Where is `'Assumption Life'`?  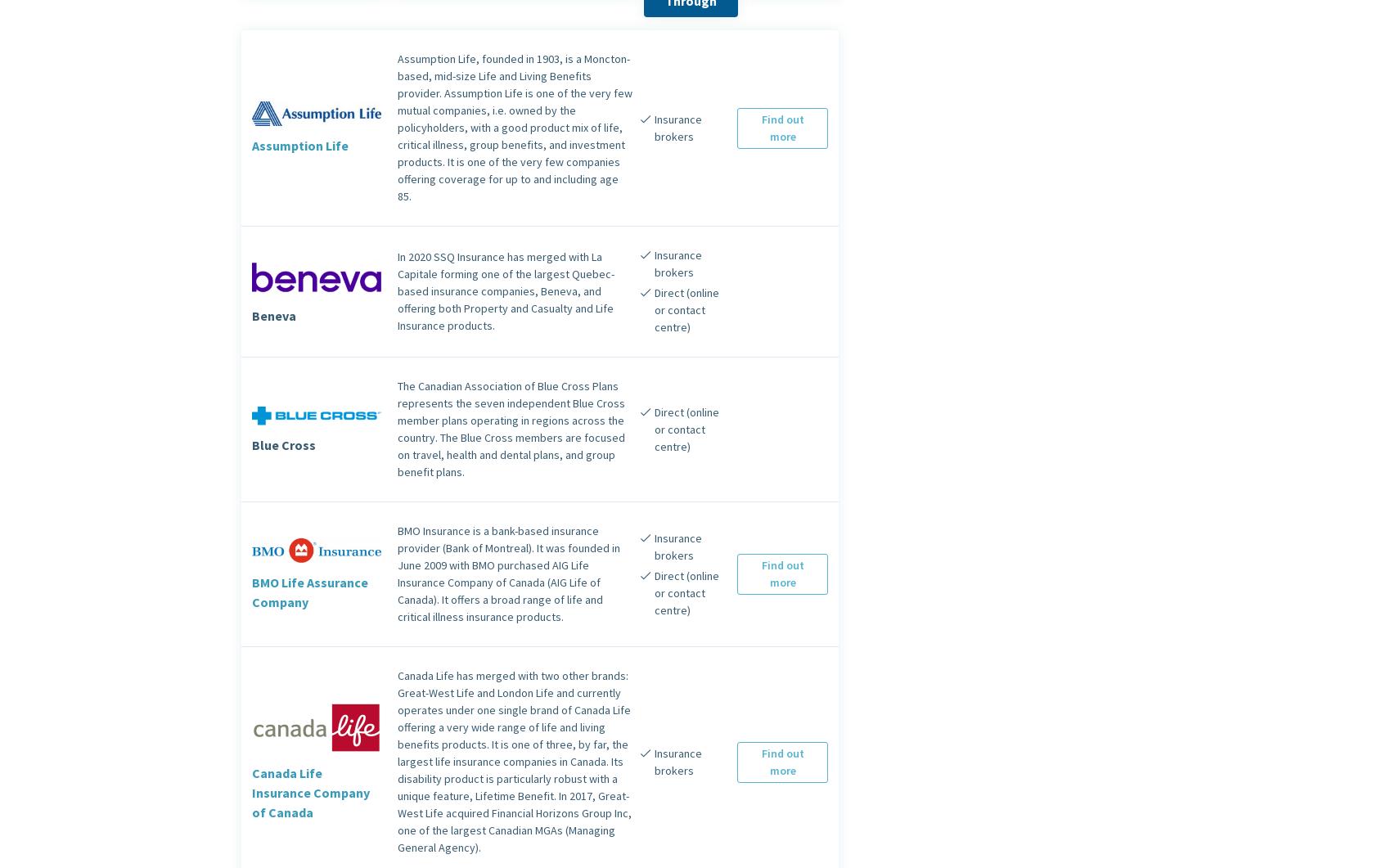
'Assumption Life' is located at coordinates (299, 144).